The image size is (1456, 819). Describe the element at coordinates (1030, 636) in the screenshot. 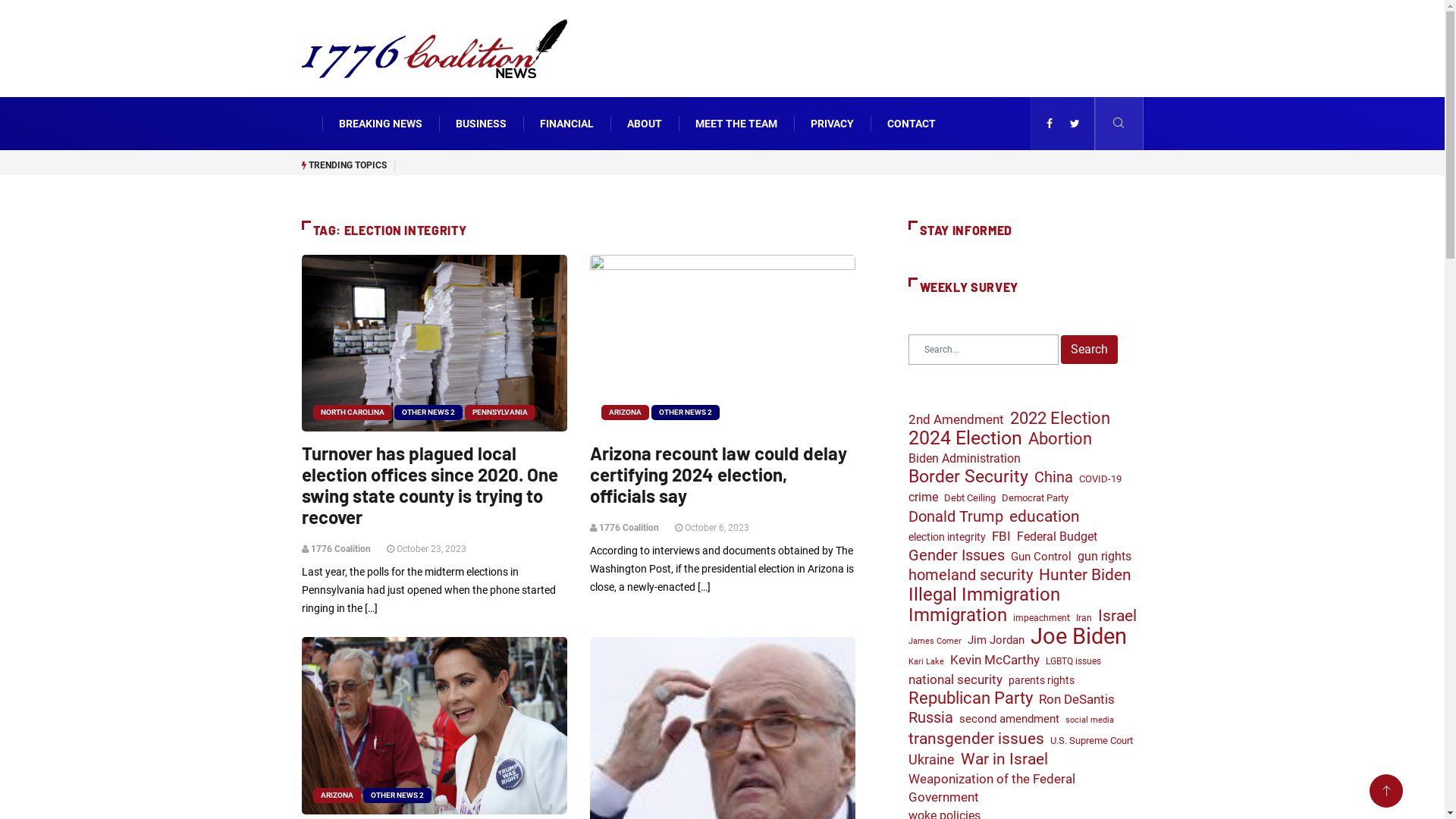

I see `'Joe Biden'` at that location.